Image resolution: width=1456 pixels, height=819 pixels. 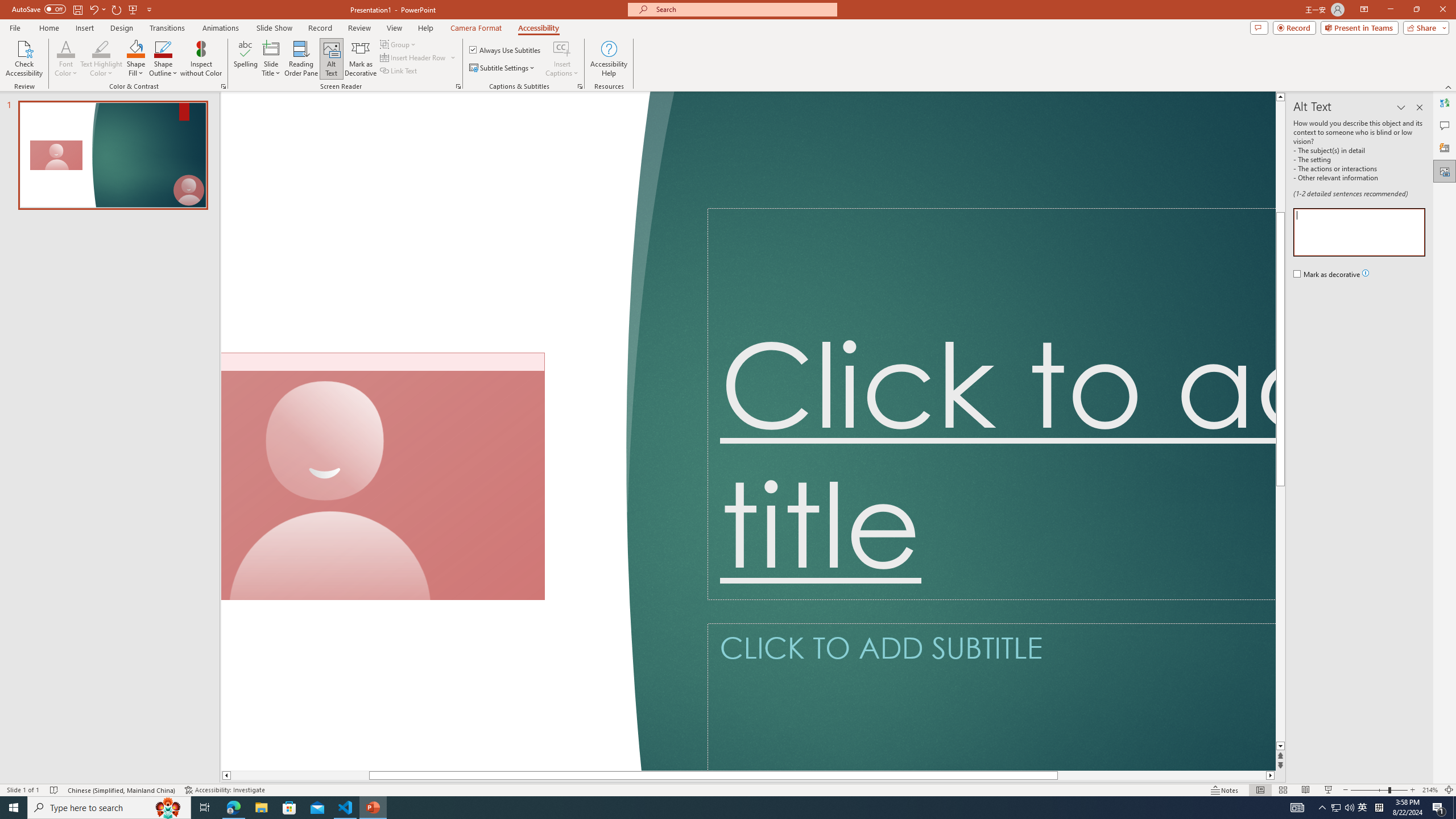 I want to click on 'Camera 7, No camera detected.', so click(x=383, y=477).